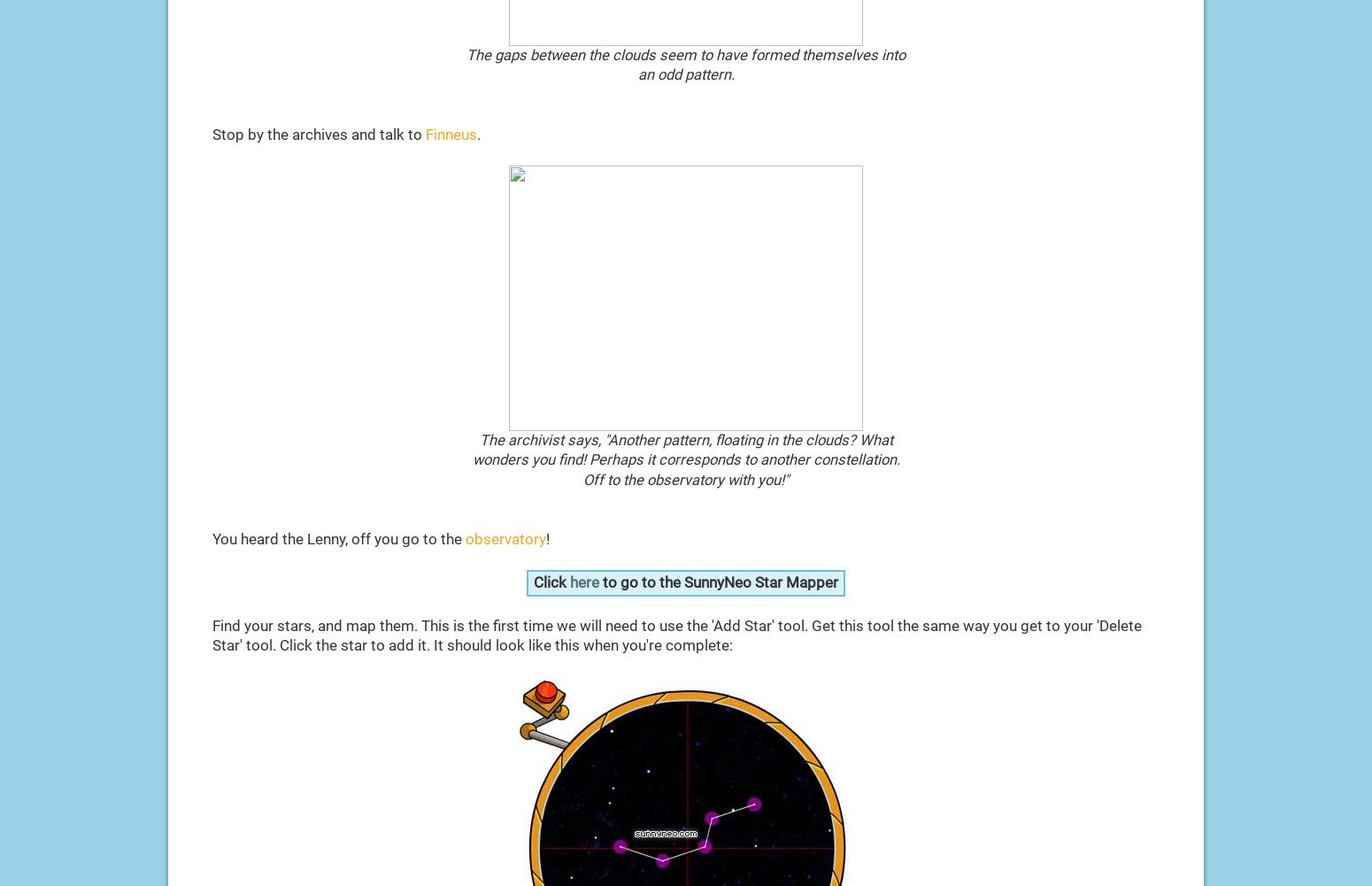 This screenshot has height=886, width=1372. Describe the element at coordinates (685, 439) in the screenshot. I see `'The archivist says, "Another pattern, floating in the clouds? What'` at that location.